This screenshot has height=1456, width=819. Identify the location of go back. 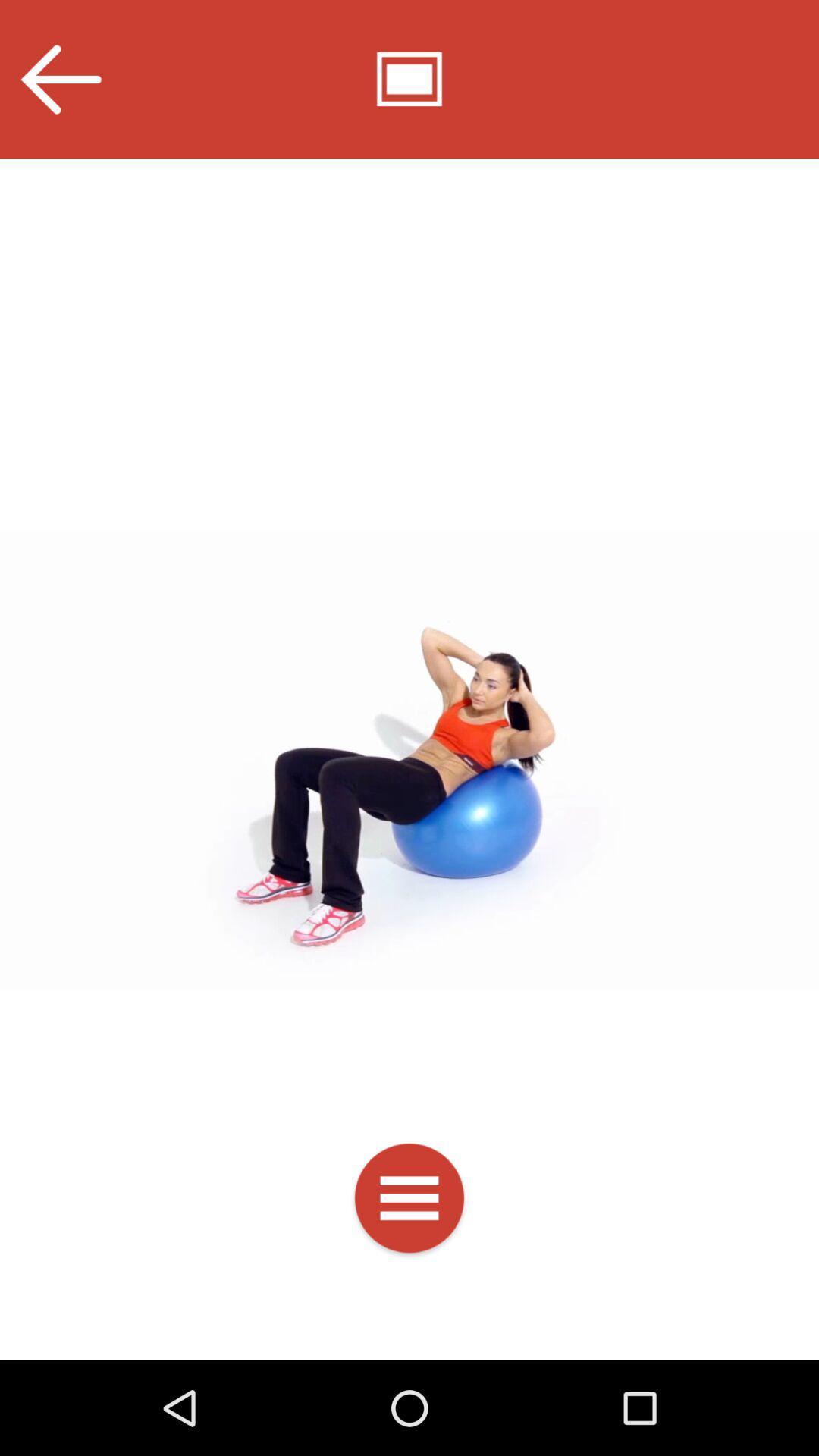
(59, 79).